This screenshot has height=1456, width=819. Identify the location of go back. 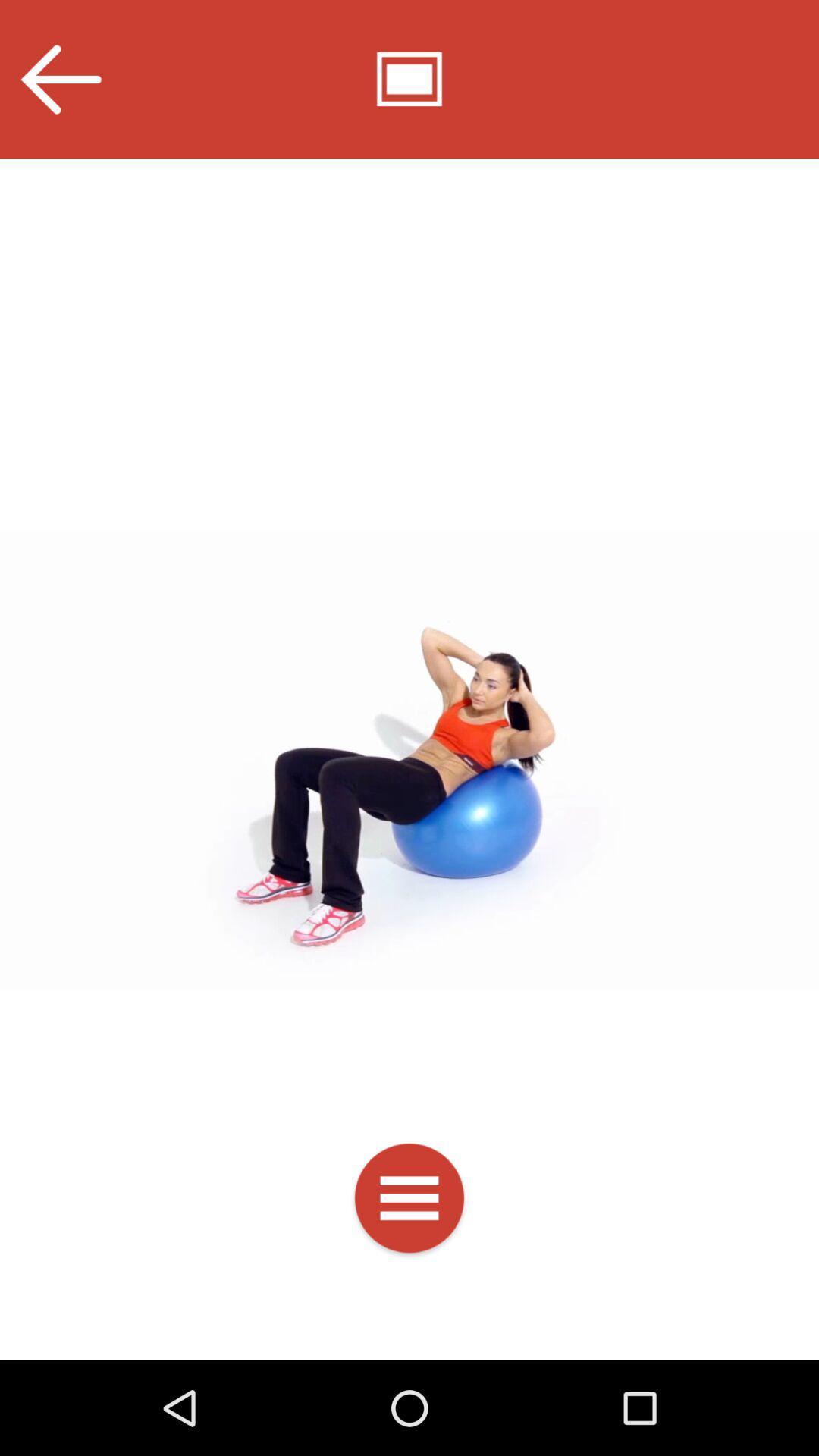
(59, 79).